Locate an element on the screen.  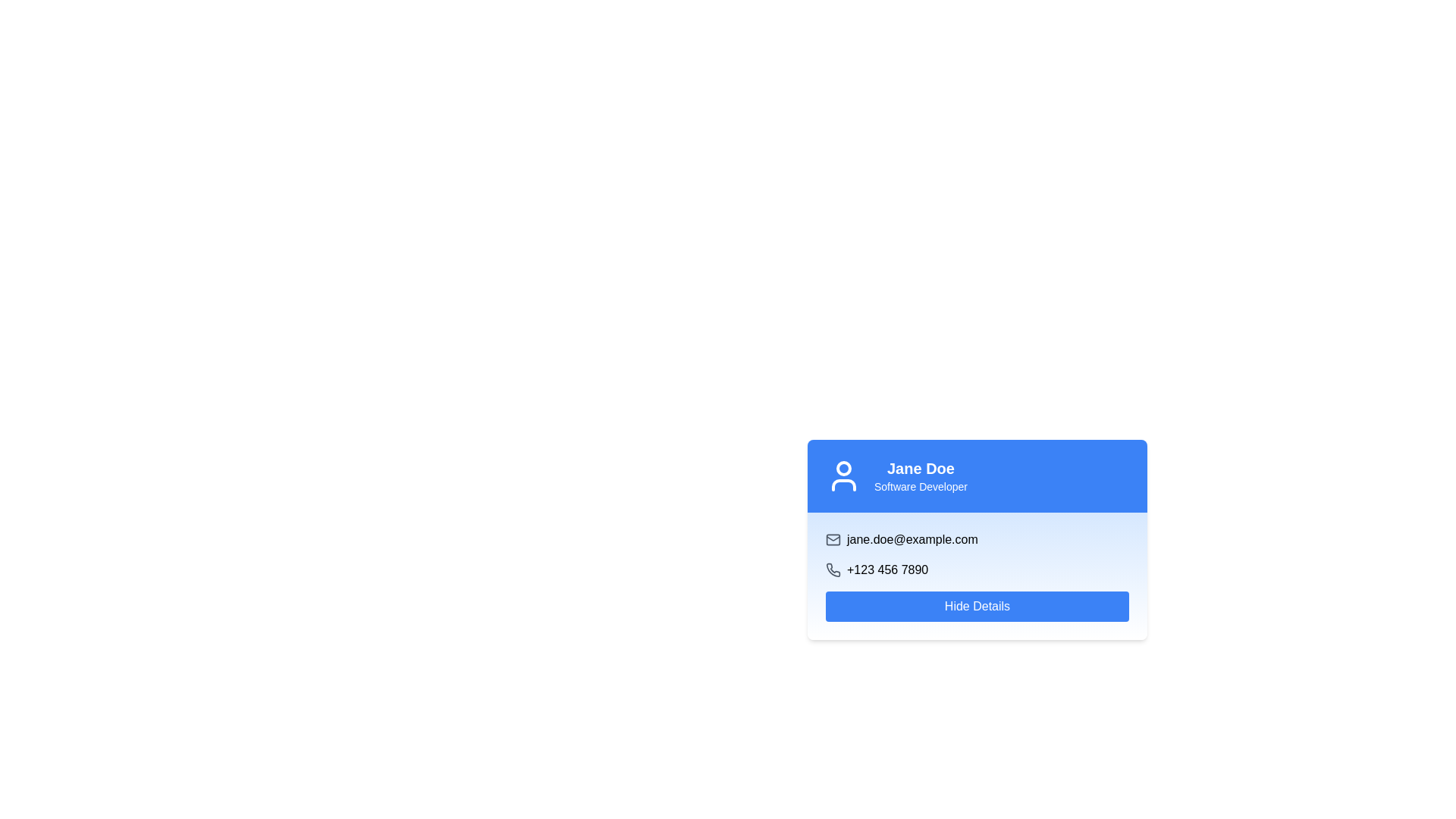
the gray phone icon located before the phone number '+123 456 7890' at the bottom left of the card is located at coordinates (833, 570).